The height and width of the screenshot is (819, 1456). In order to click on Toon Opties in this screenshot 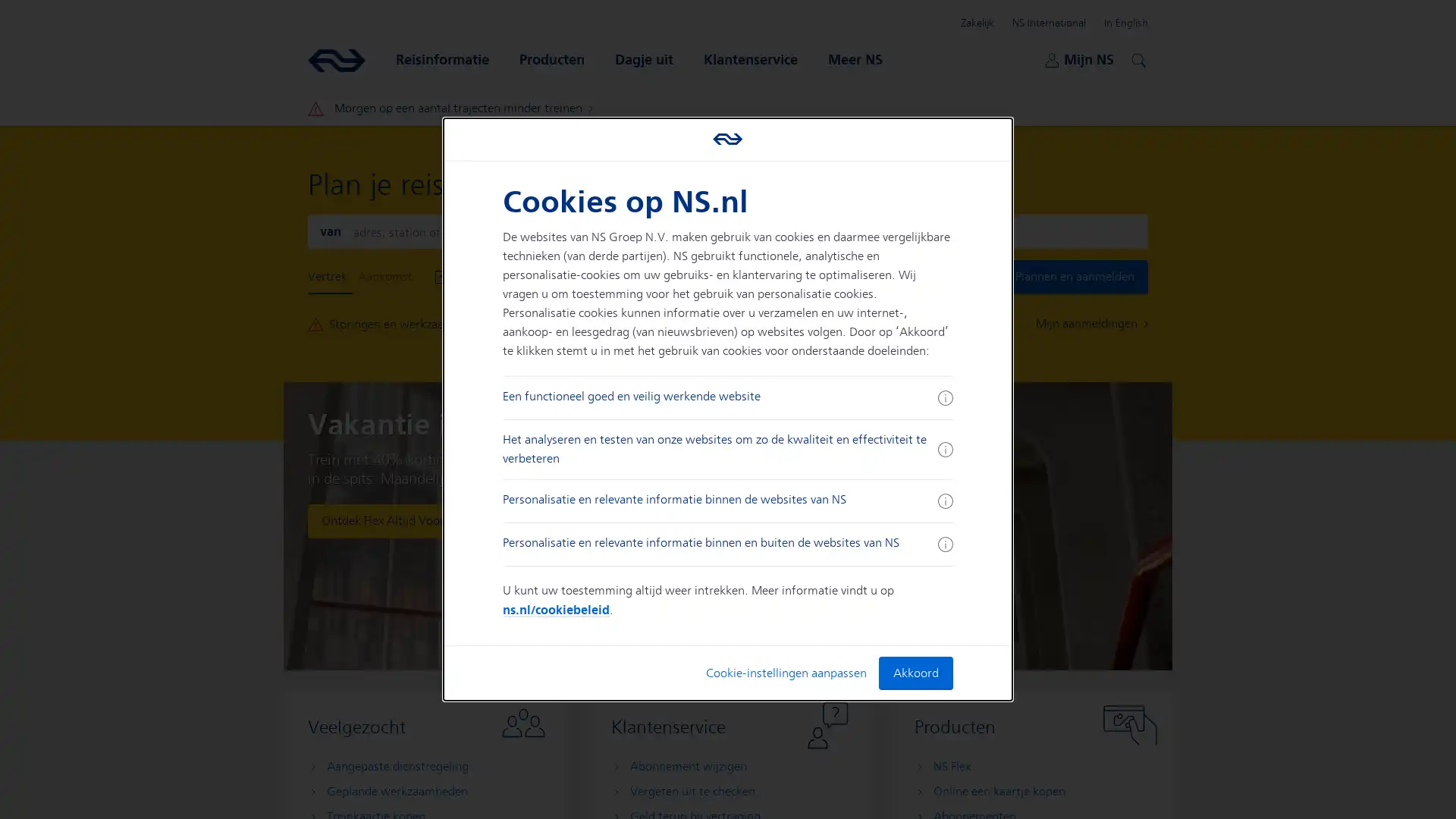, I will do `click(695, 277)`.